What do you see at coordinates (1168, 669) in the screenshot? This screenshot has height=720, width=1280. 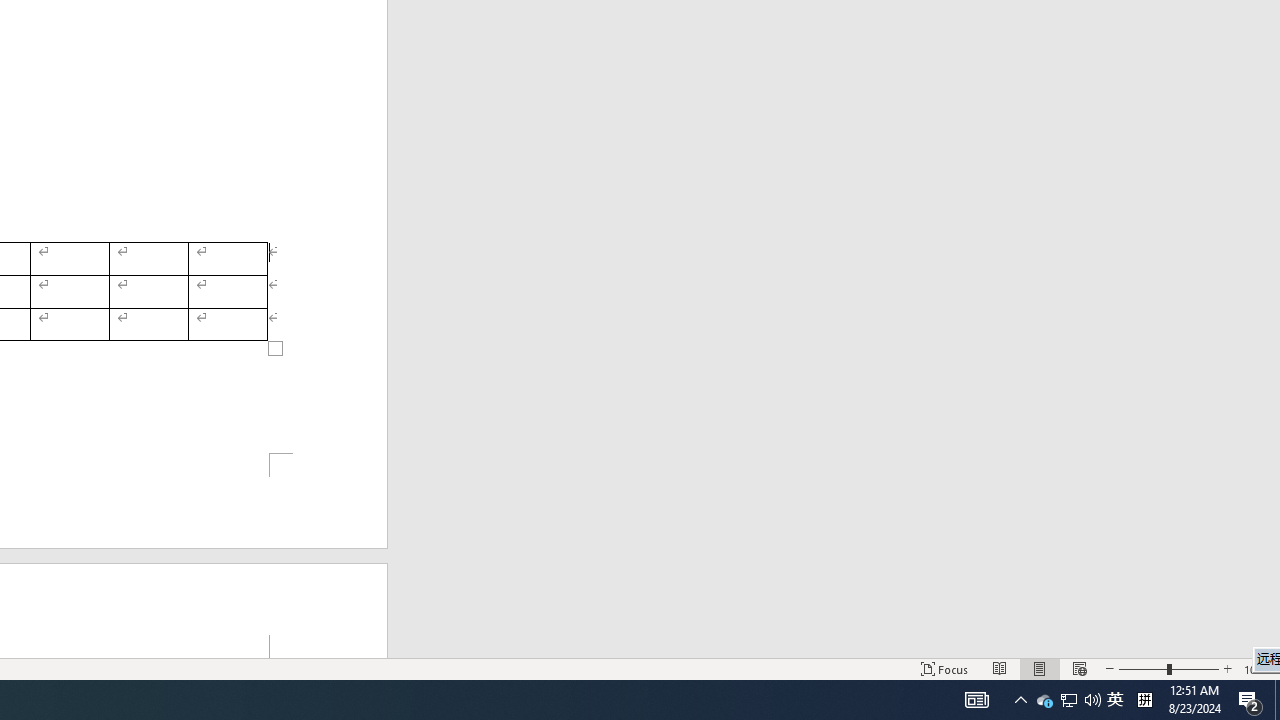 I see `'Zoom'` at bounding box center [1168, 669].